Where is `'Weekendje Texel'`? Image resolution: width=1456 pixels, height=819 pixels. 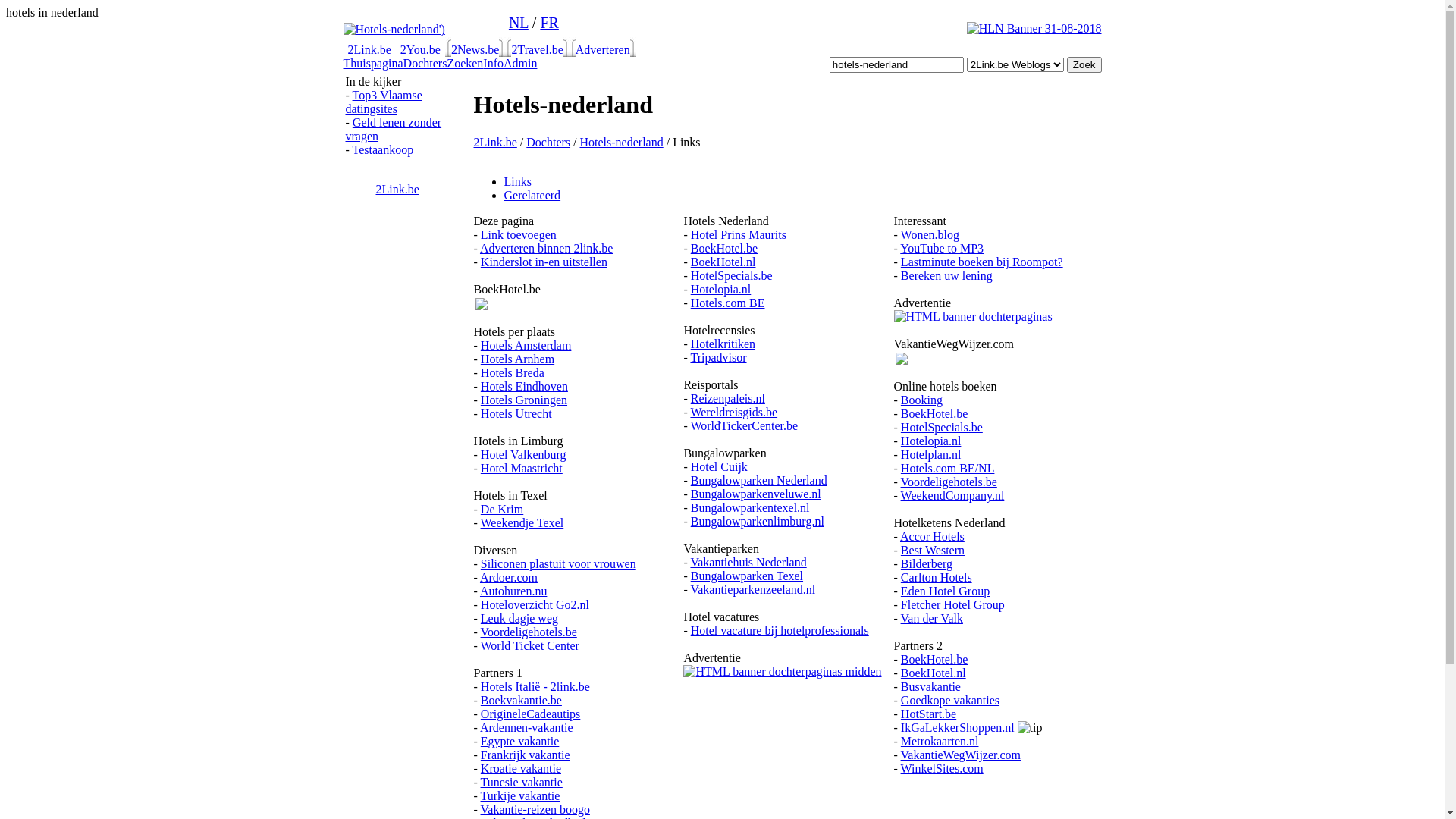
'Weekendje Texel' is located at coordinates (479, 522).